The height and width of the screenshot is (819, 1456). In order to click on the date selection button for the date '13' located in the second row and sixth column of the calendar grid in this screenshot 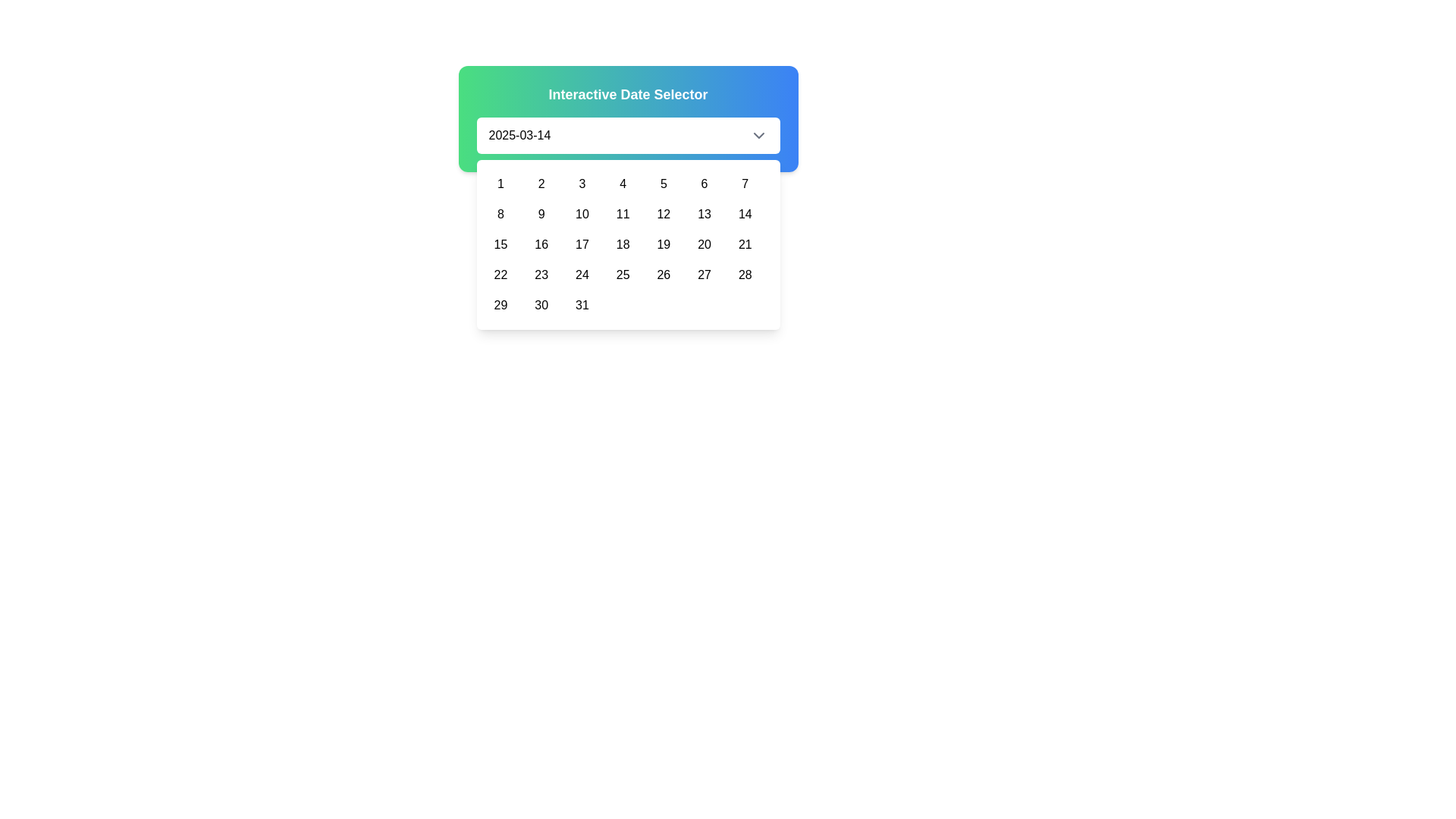, I will do `click(704, 214)`.